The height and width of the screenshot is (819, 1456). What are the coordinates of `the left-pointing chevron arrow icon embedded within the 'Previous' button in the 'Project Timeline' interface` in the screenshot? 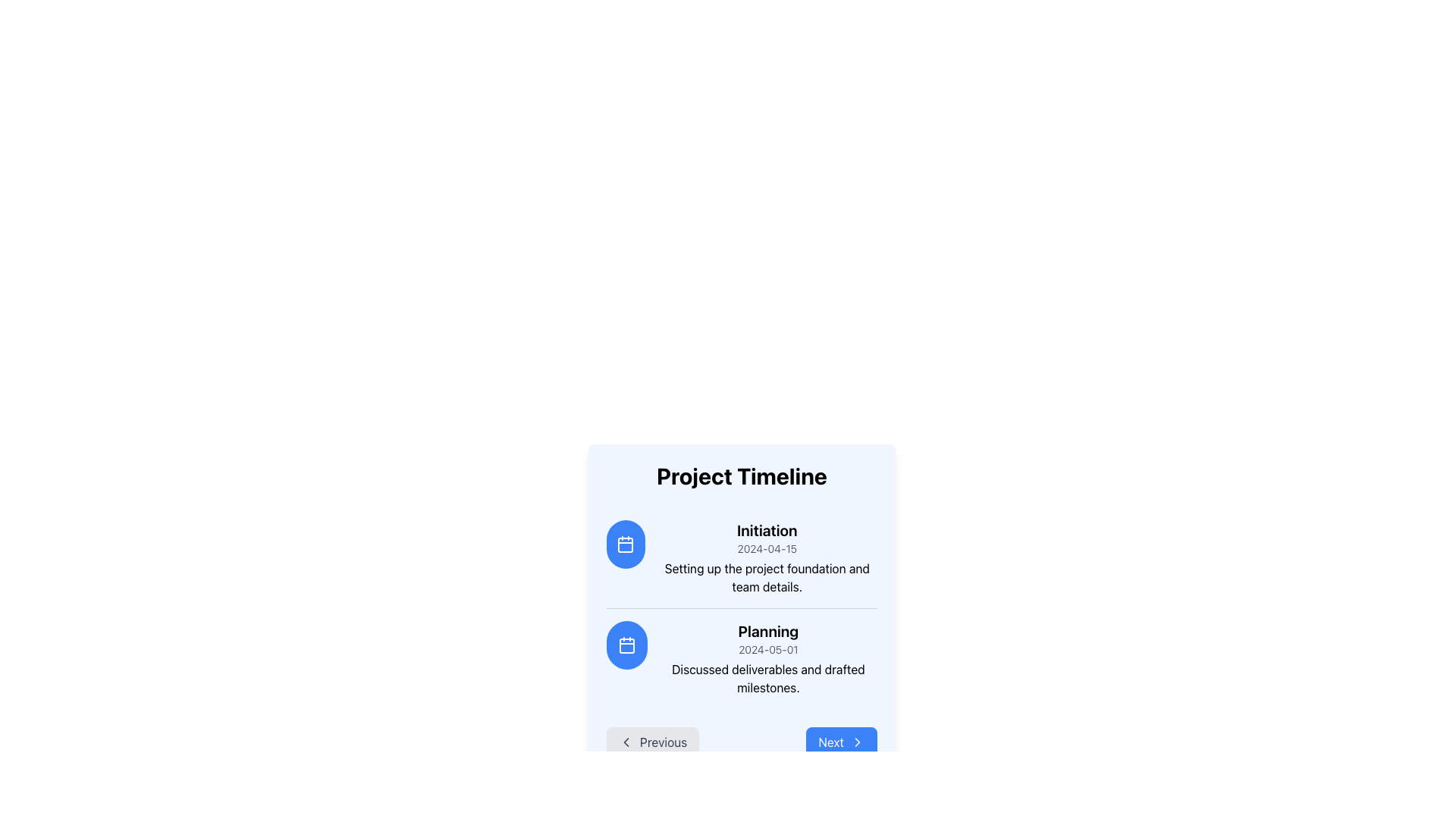 It's located at (626, 742).